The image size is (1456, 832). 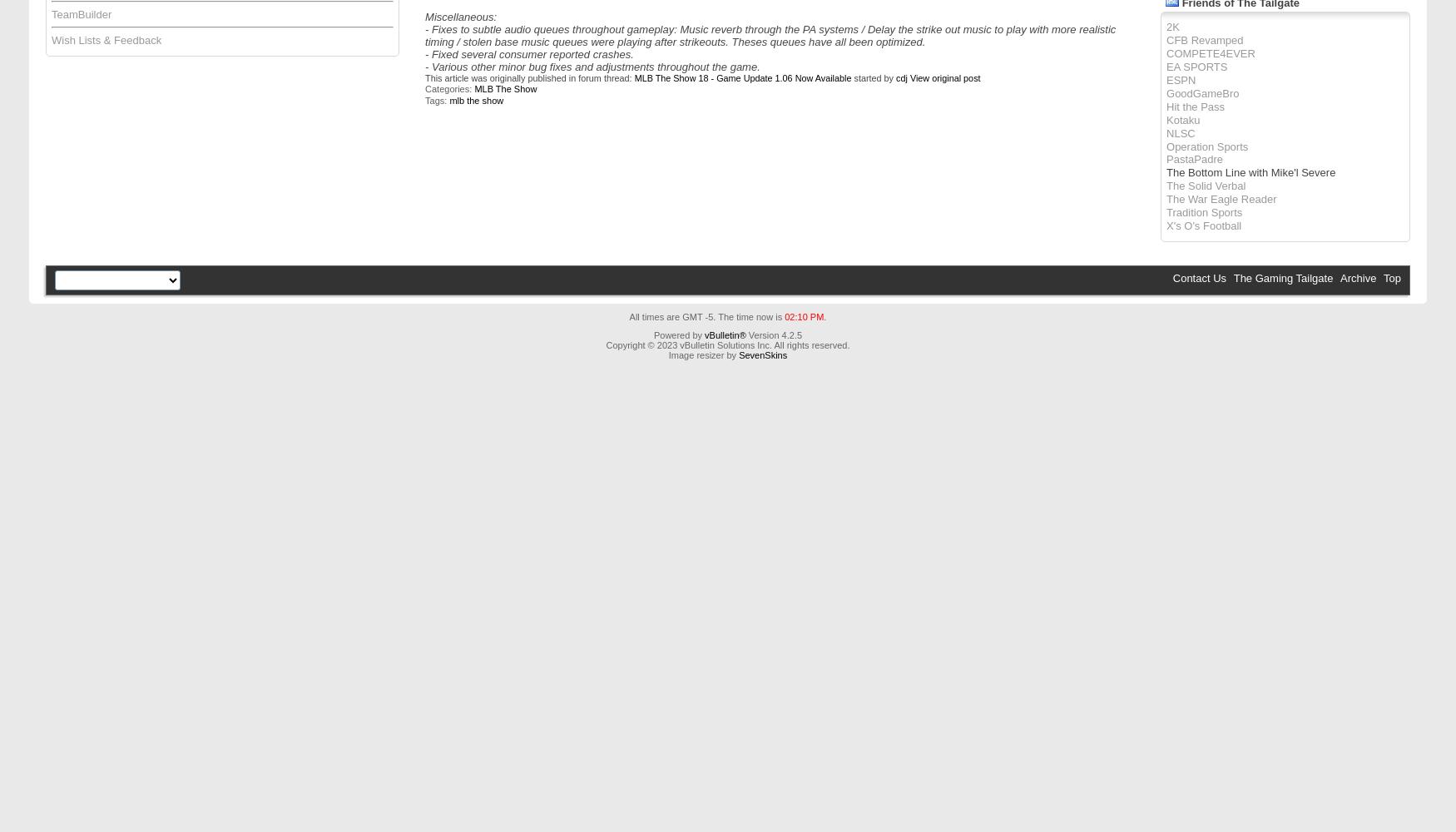 I want to click on 'EA SPORTS', so click(x=1196, y=65).